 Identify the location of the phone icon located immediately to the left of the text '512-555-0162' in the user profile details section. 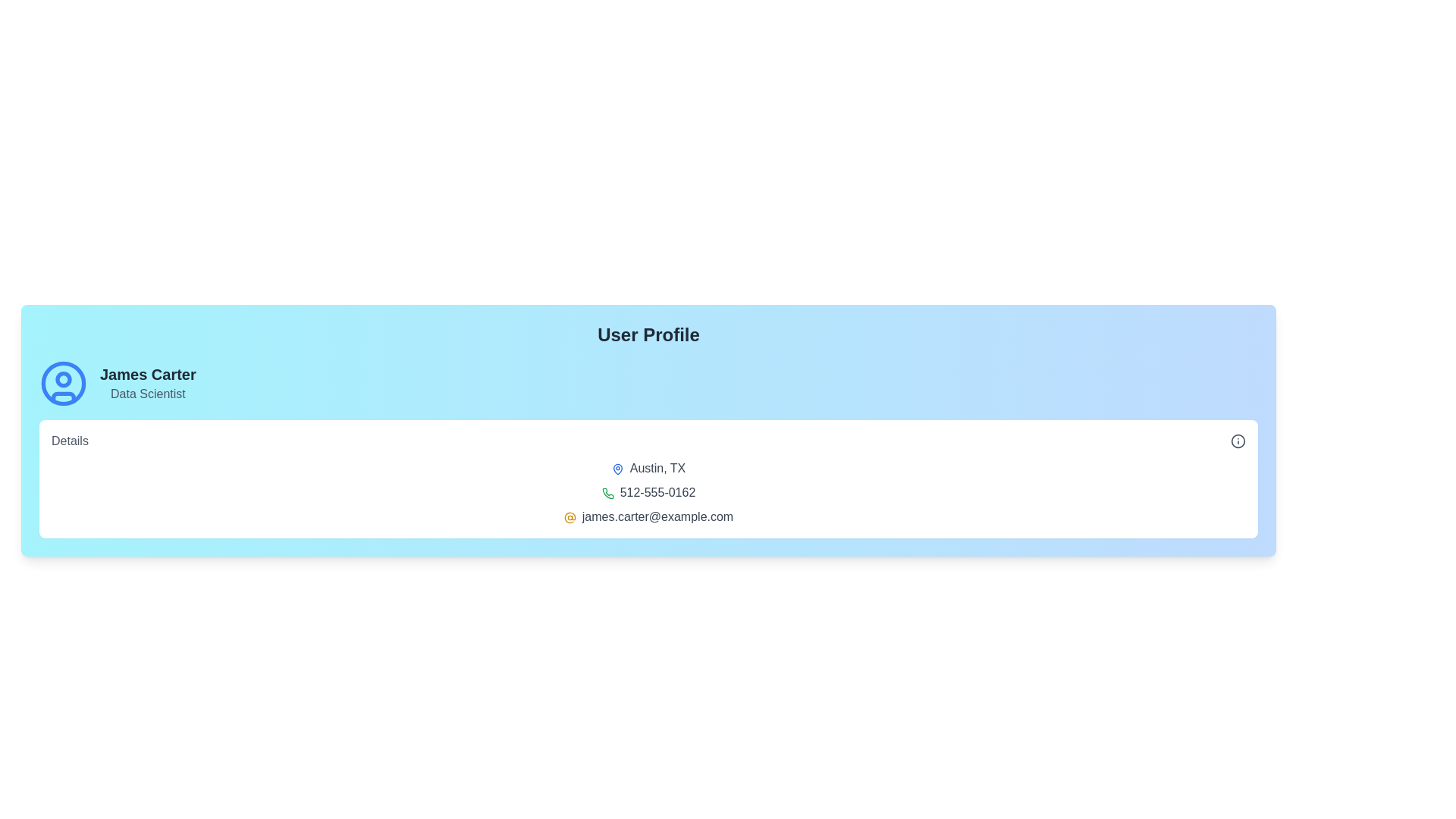
(607, 493).